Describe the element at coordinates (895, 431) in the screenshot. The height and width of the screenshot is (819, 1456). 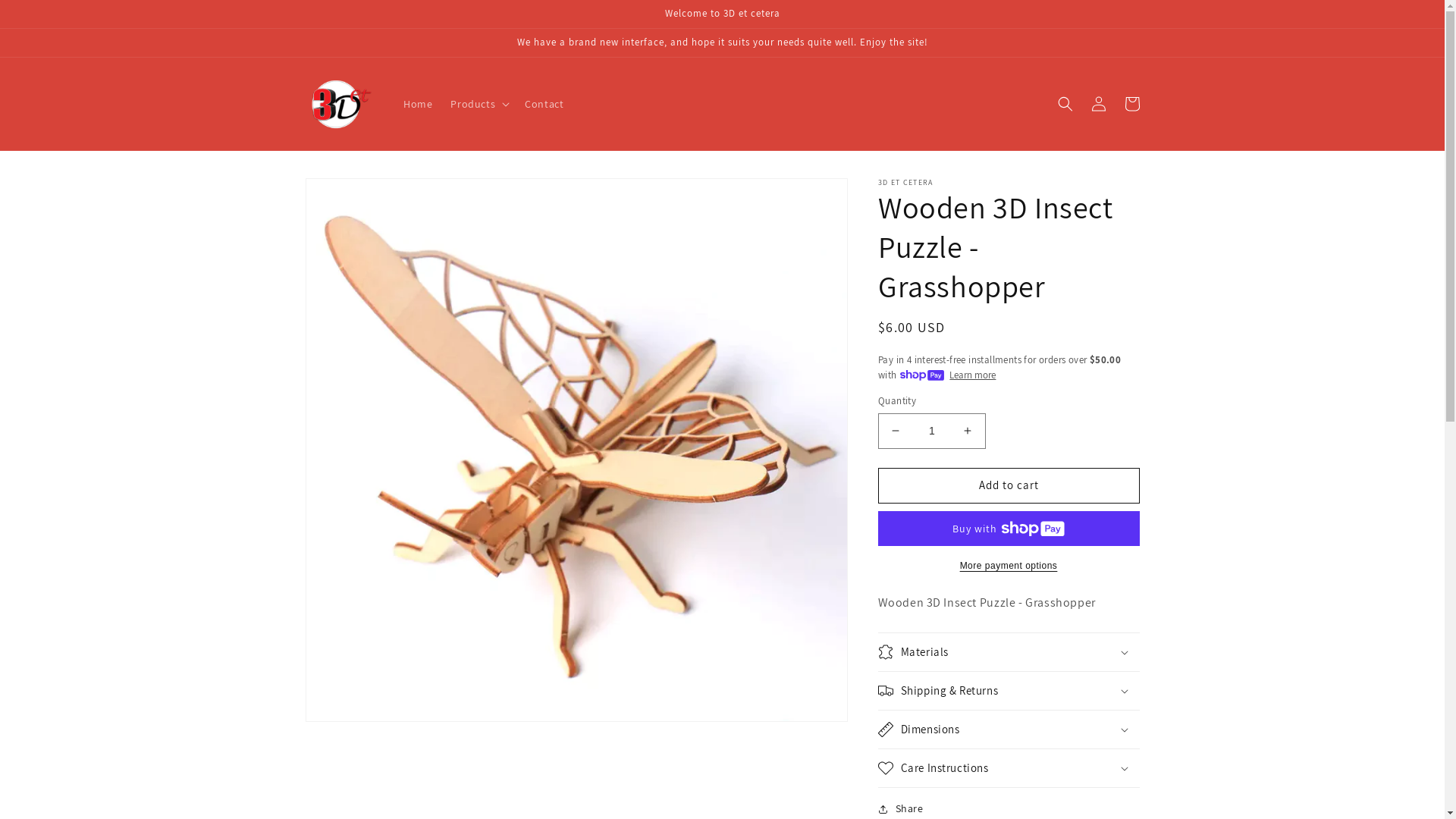
I see `'Decrease quantity for Wooden 3D Insect Puzzle - Grasshopper'` at that location.